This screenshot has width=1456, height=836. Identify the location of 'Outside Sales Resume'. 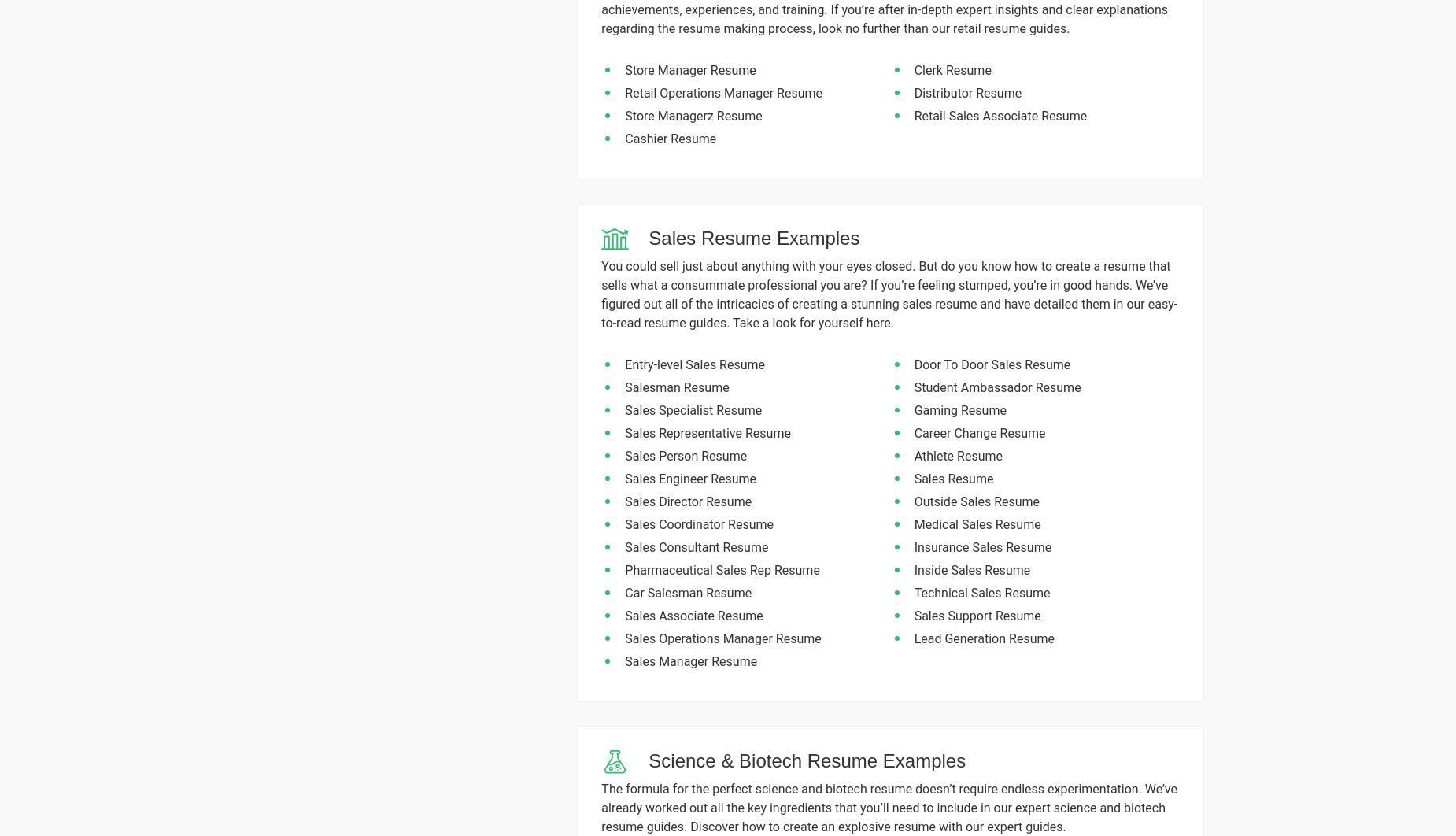
(975, 501).